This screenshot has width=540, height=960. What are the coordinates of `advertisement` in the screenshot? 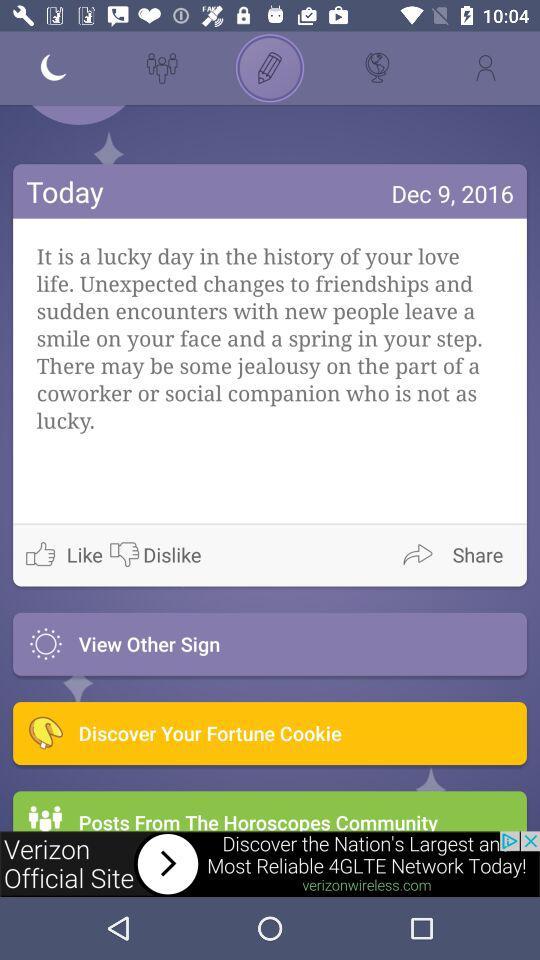 It's located at (270, 863).